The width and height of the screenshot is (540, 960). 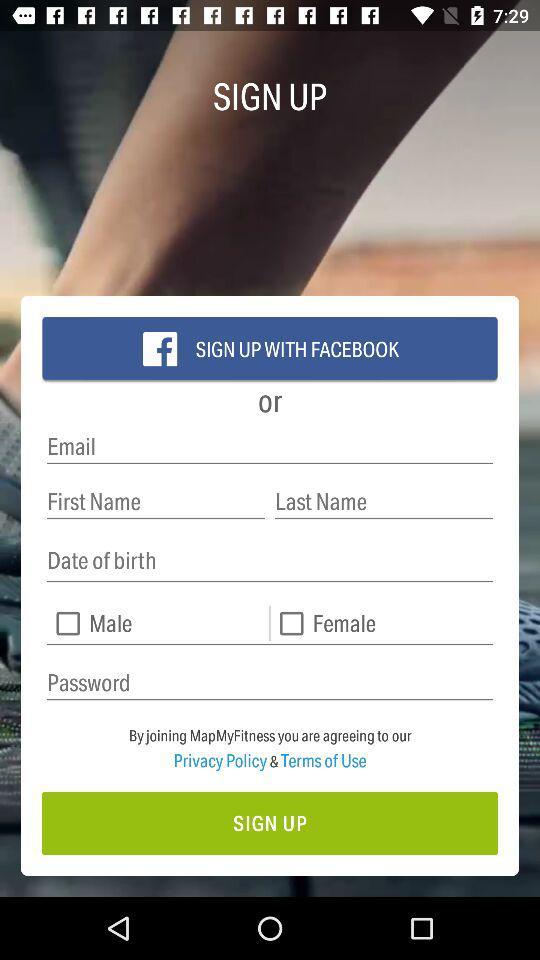 What do you see at coordinates (155, 500) in the screenshot?
I see `your first name` at bounding box center [155, 500].